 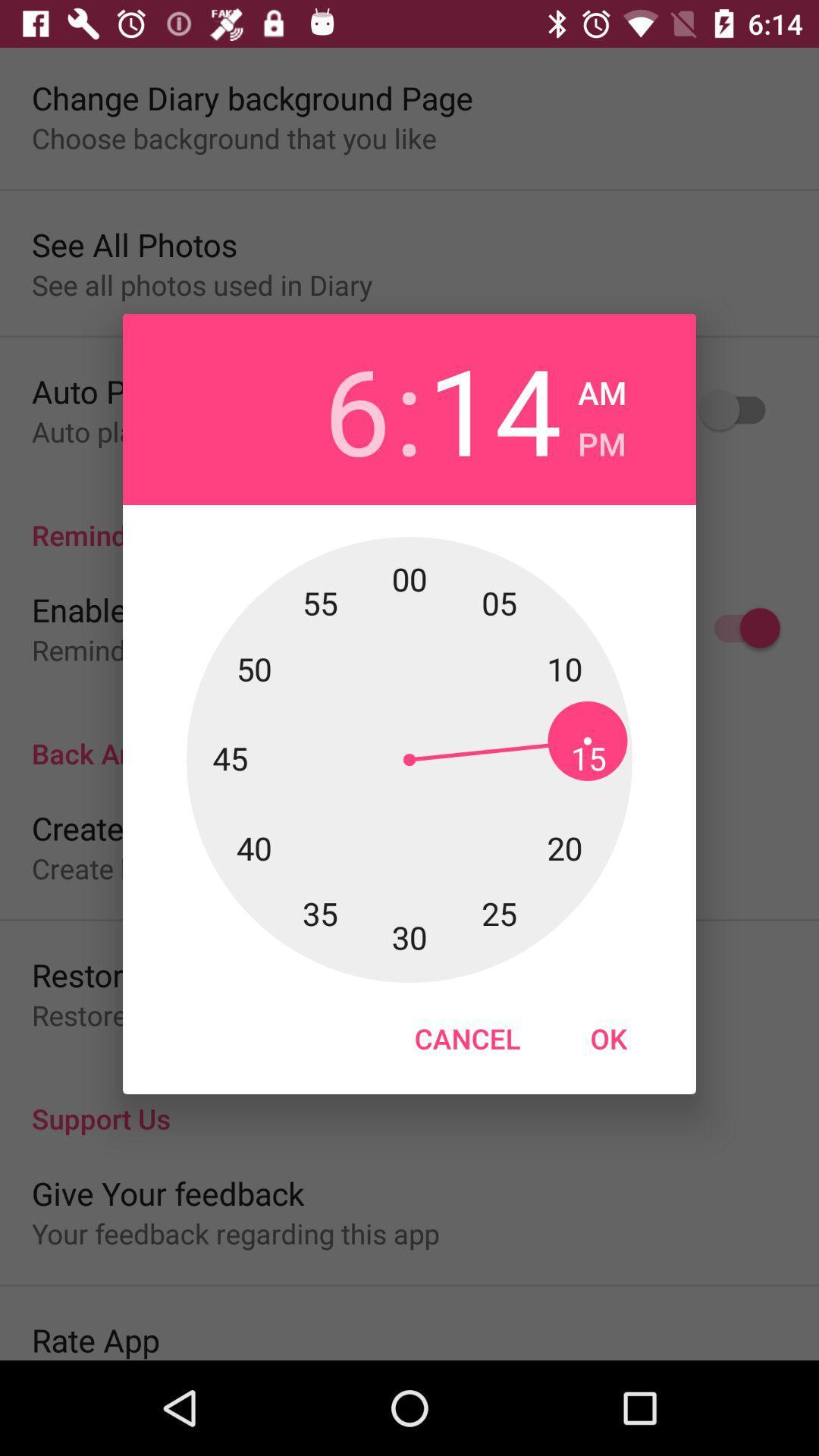 What do you see at coordinates (494, 409) in the screenshot?
I see `the app next to the :` at bounding box center [494, 409].